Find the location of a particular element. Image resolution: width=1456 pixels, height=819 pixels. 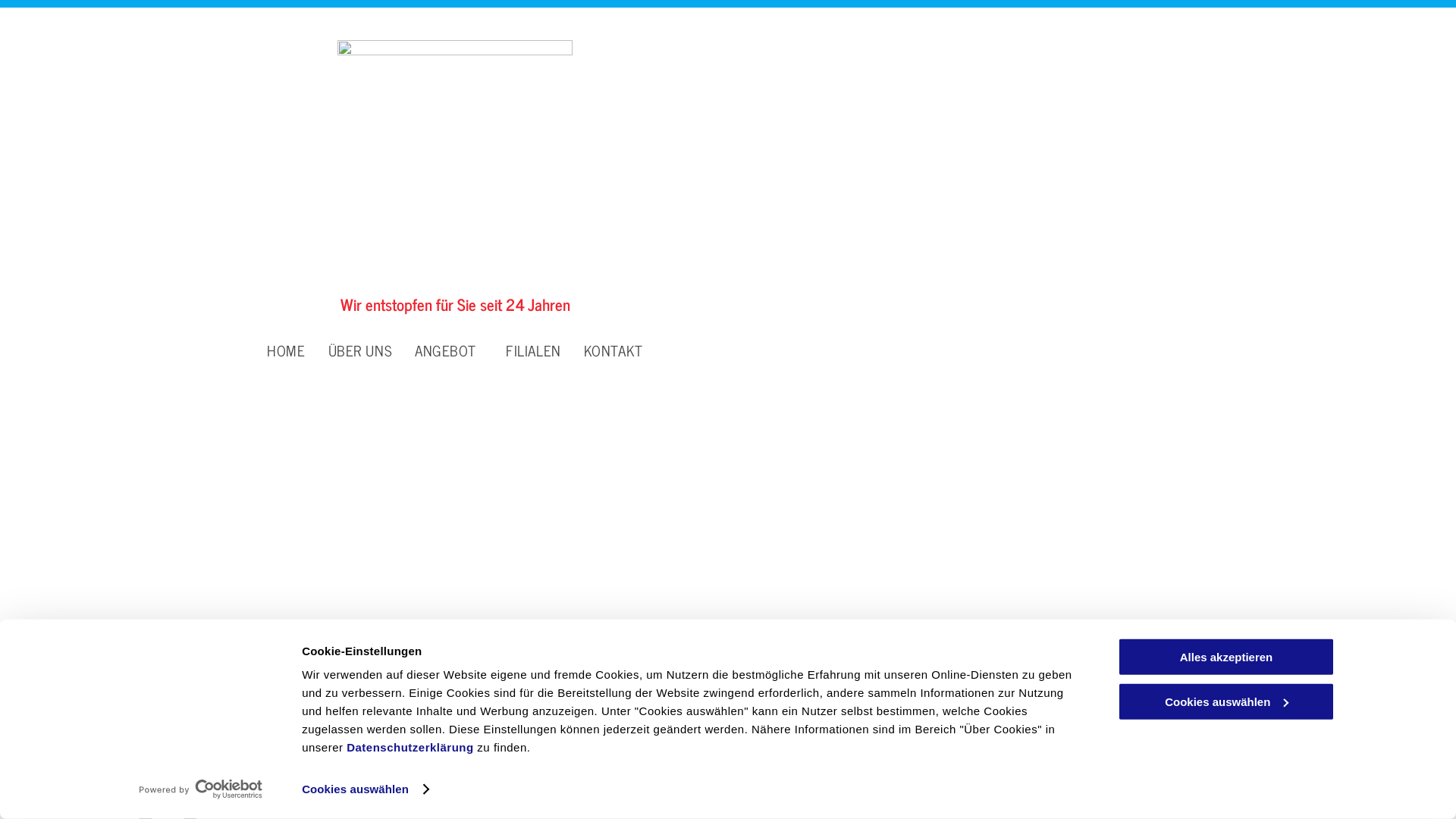

'ANGEBOT' is located at coordinates (447, 350).